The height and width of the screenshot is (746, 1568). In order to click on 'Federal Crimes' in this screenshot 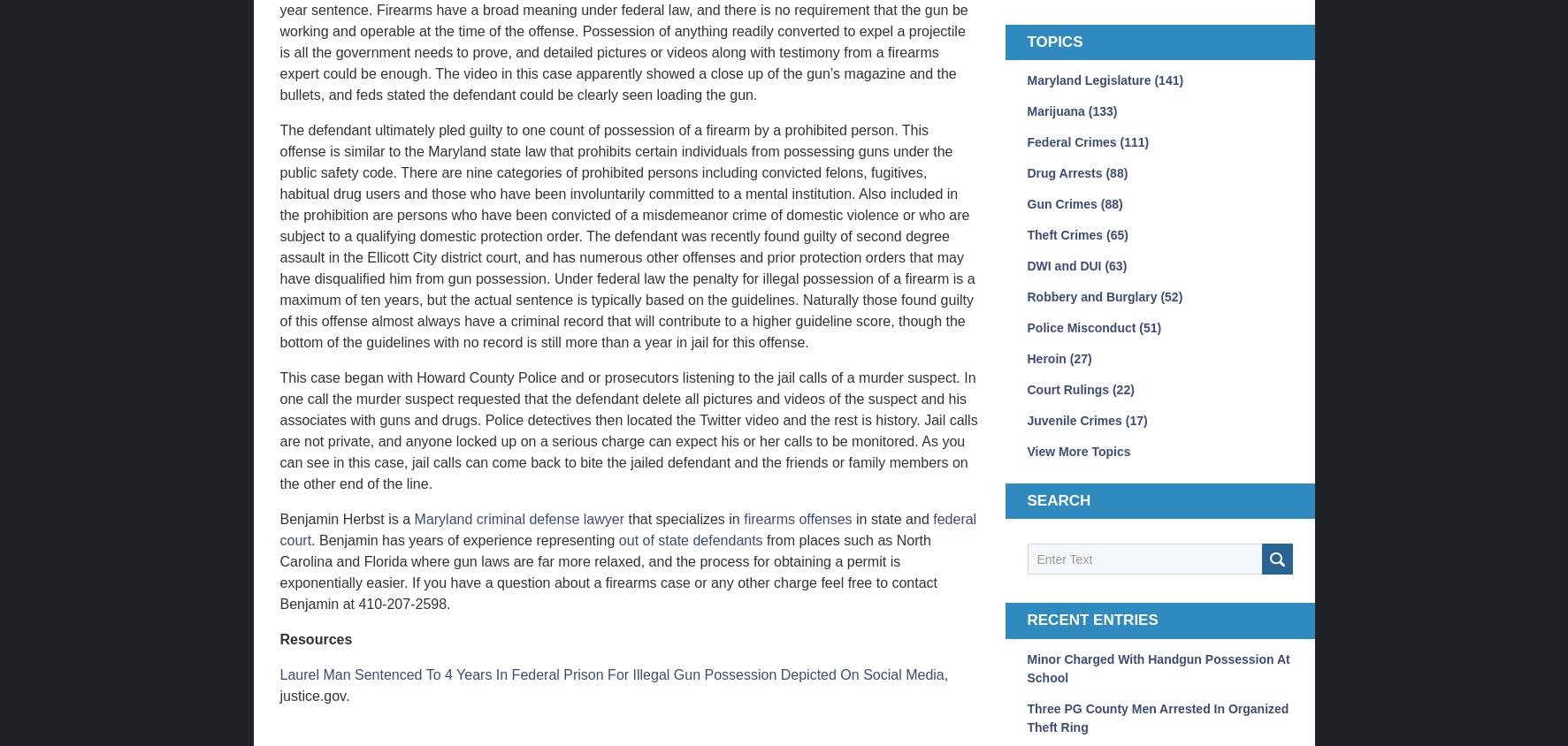, I will do `click(1072, 141)`.